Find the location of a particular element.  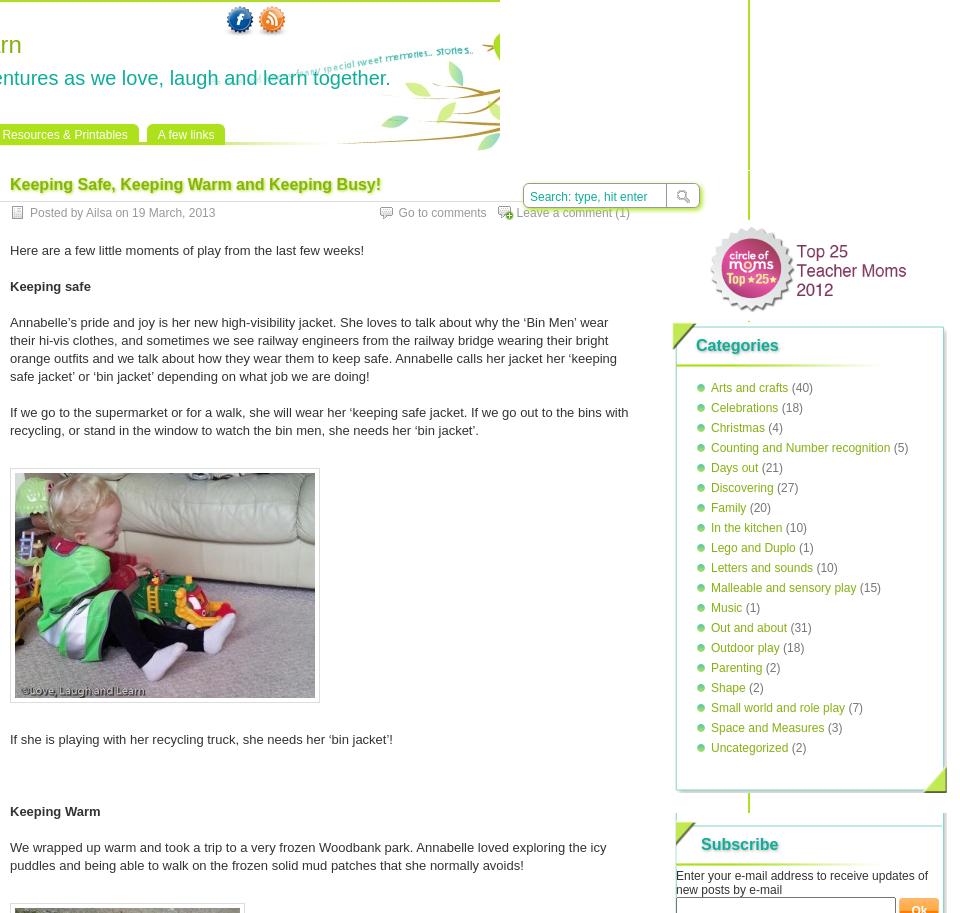

'Go to comments' is located at coordinates (441, 212).